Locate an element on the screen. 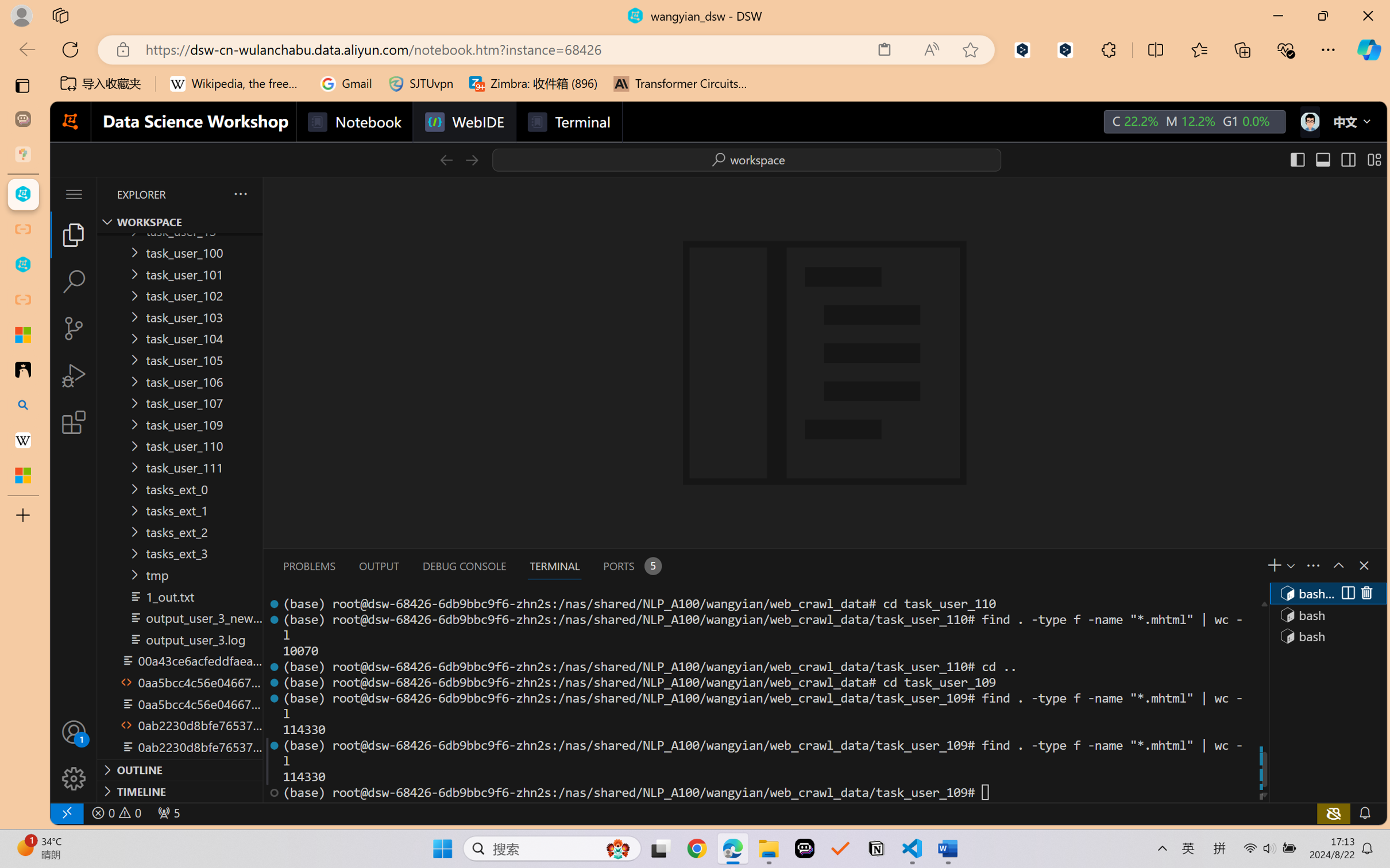  'Accounts - Sign in requested' is located at coordinates (73, 731).